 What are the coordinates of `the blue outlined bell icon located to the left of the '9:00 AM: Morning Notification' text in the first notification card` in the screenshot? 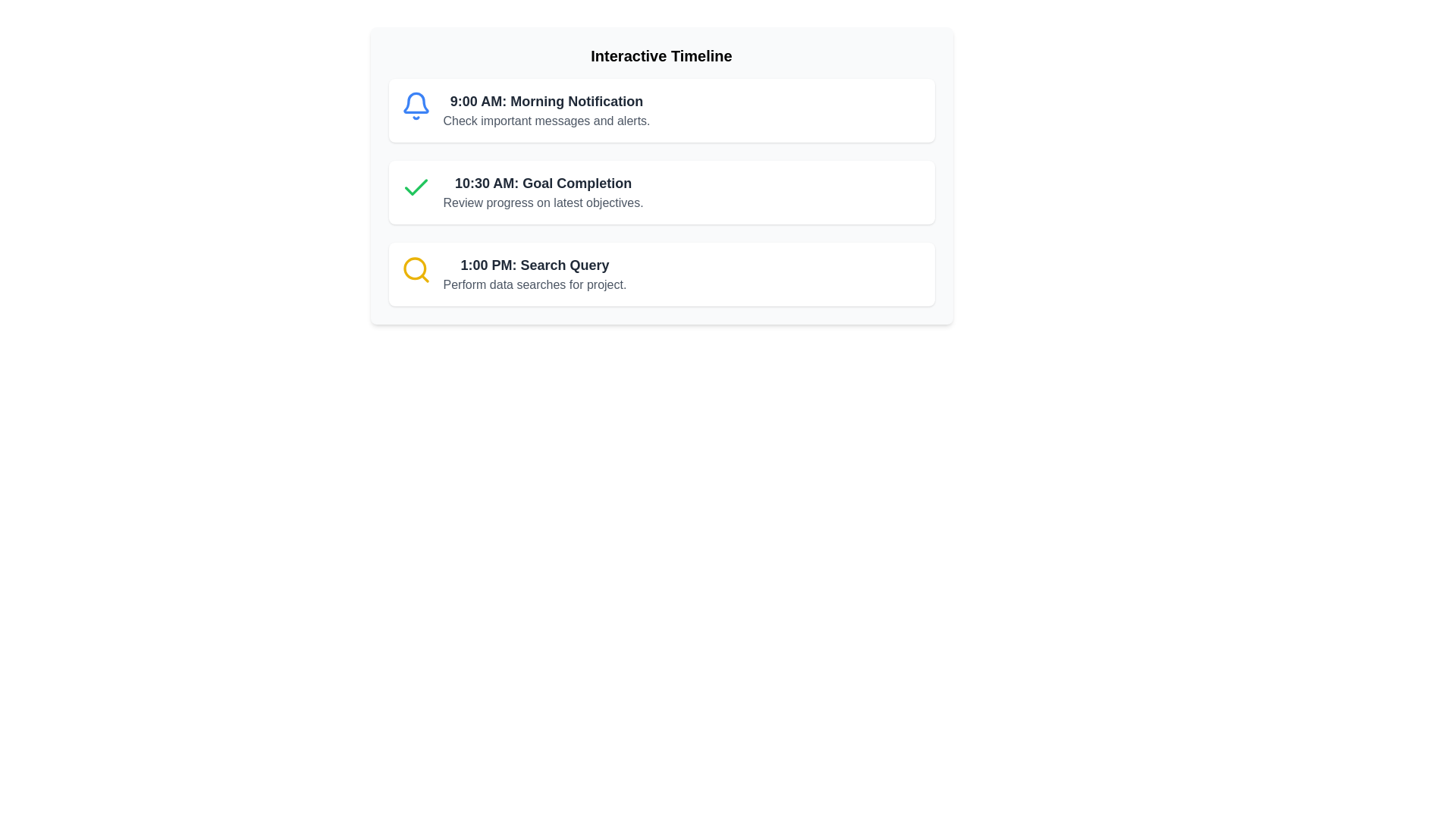 It's located at (416, 105).